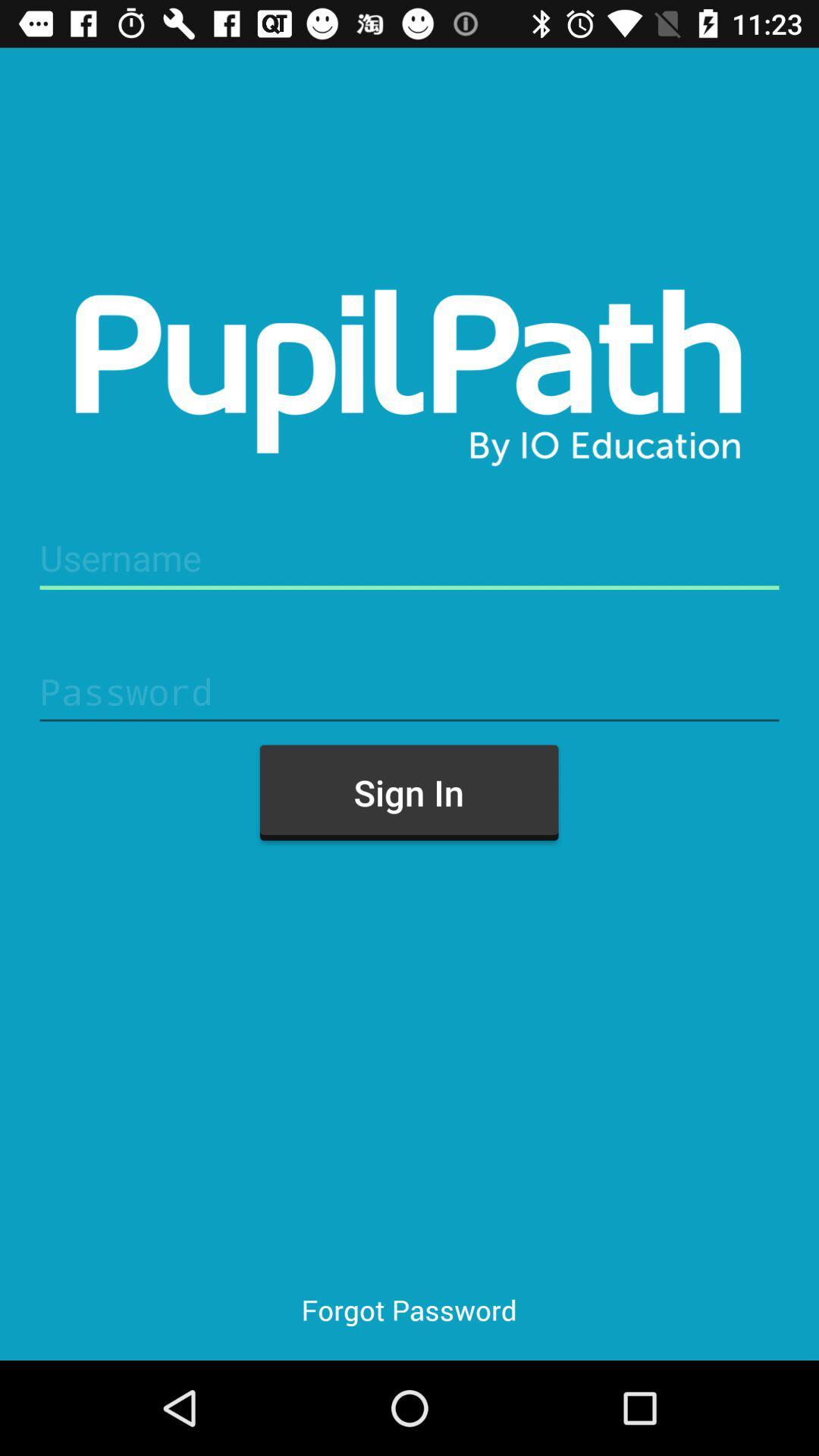  What do you see at coordinates (408, 792) in the screenshot?
I see `the sign in` at bounding box center [408, 792].